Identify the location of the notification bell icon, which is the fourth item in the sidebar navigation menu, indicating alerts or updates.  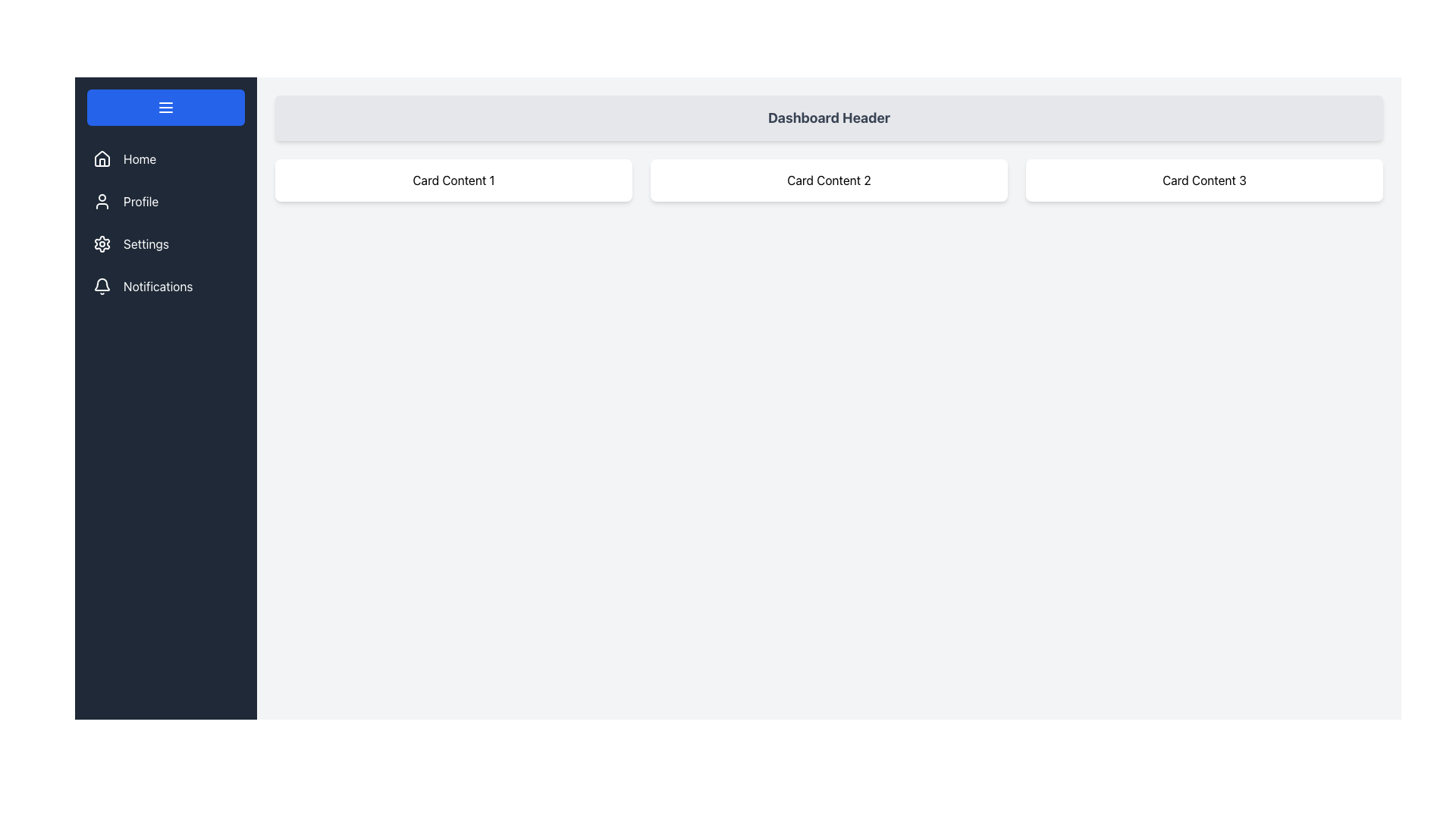
(101, 284).